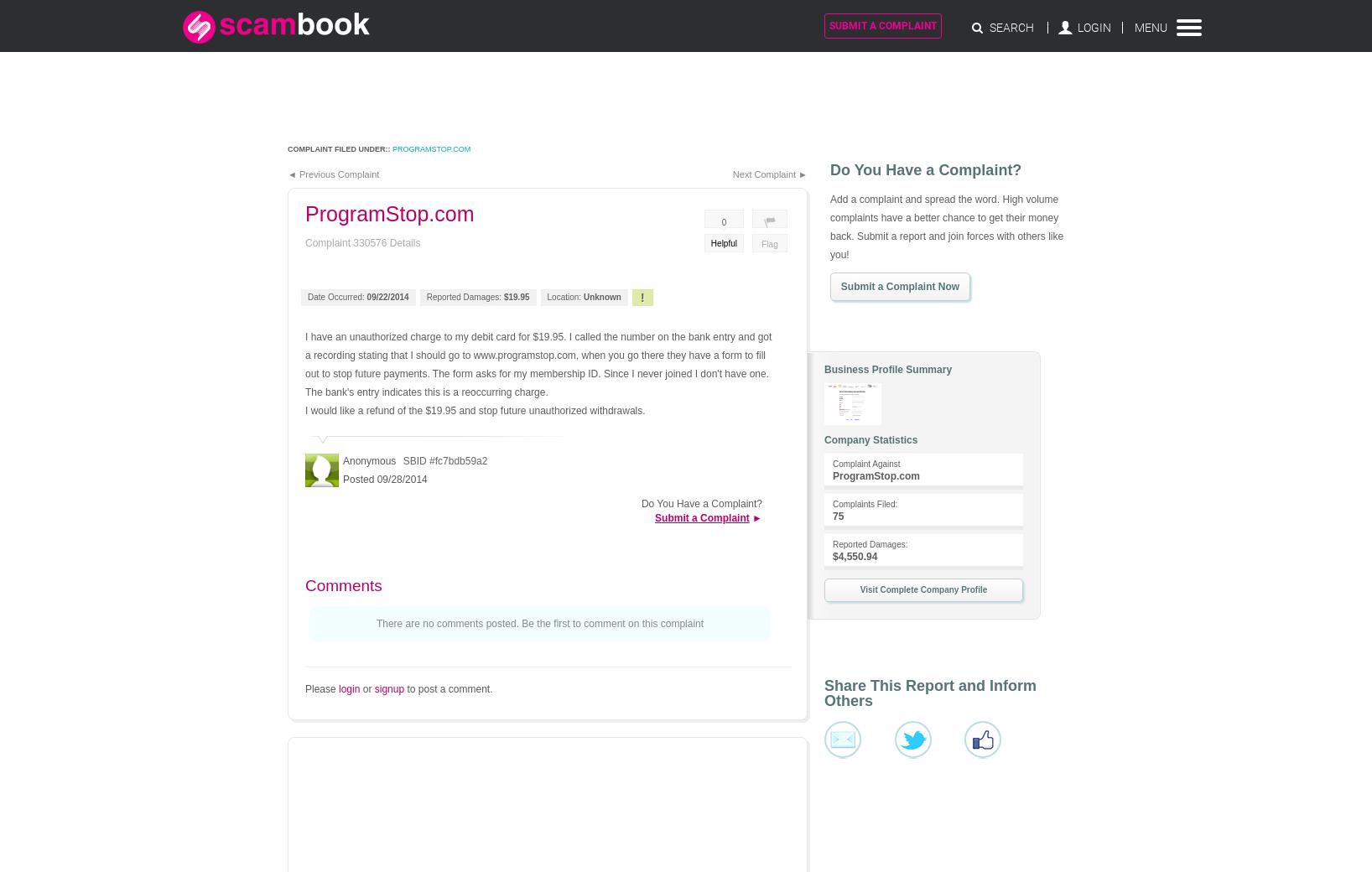 The width and height of the screenshot is (1372, 872). I want to click on 'Company Statistics', so click(870, 439).